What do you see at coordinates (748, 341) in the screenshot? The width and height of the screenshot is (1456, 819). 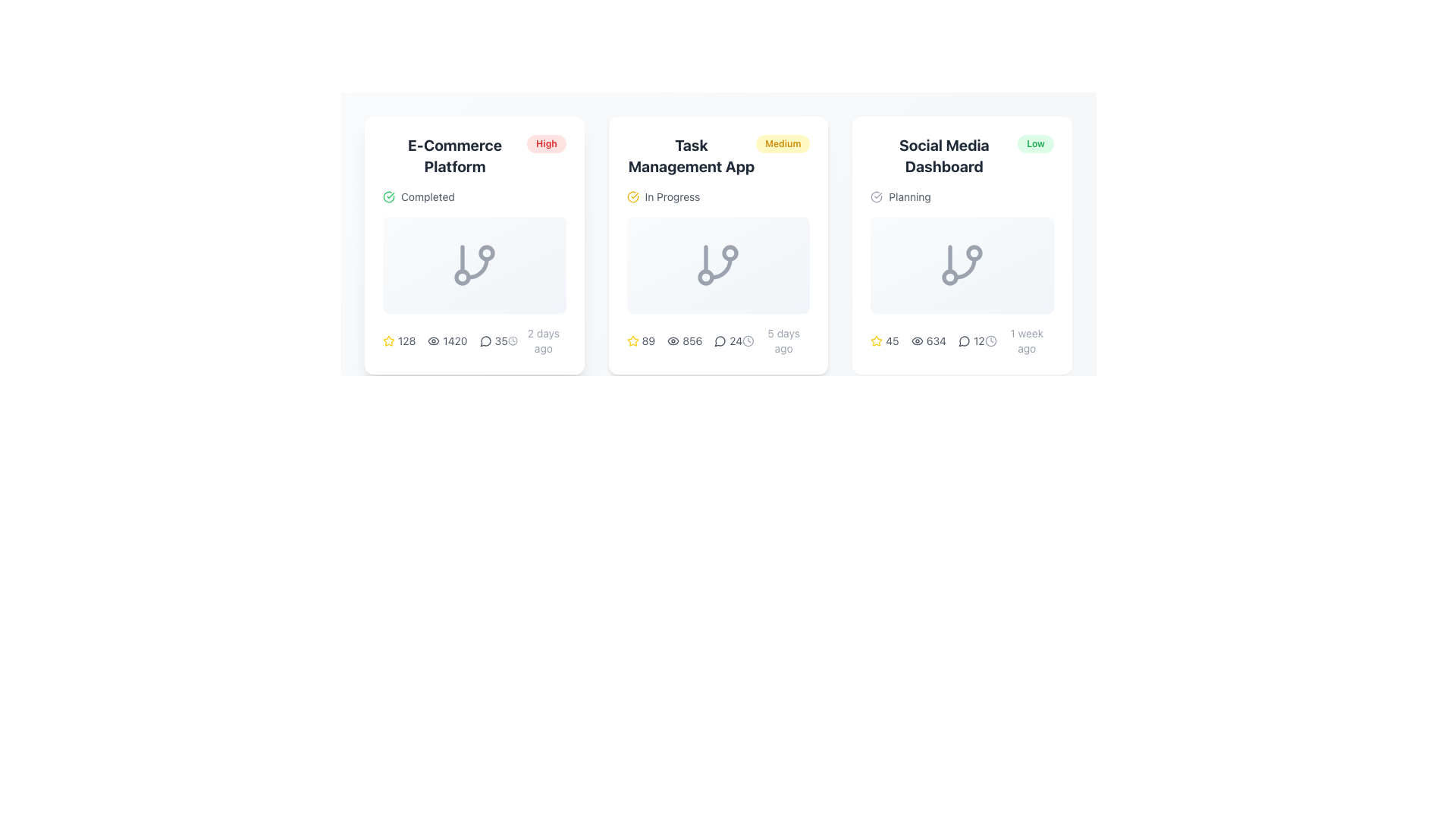 I see `the circular clock icon located in the summary section of the 'Task Management App' card, which is visually associated with the text '5 days ago'` at bounding box center [748, 341].